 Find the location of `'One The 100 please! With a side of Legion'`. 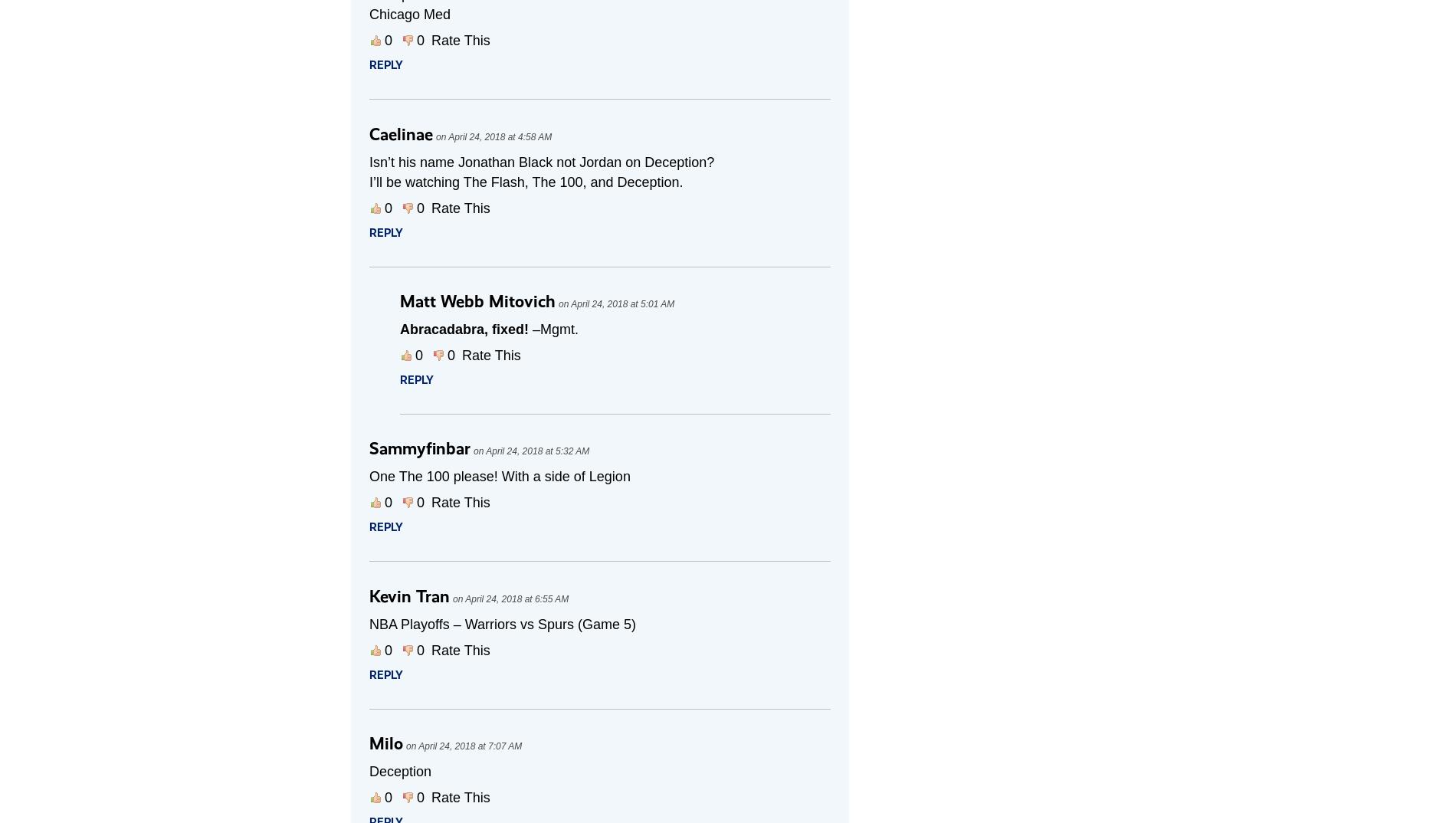

'One The 100 please! With a side of Legion' is located at coordinates (500, 476).